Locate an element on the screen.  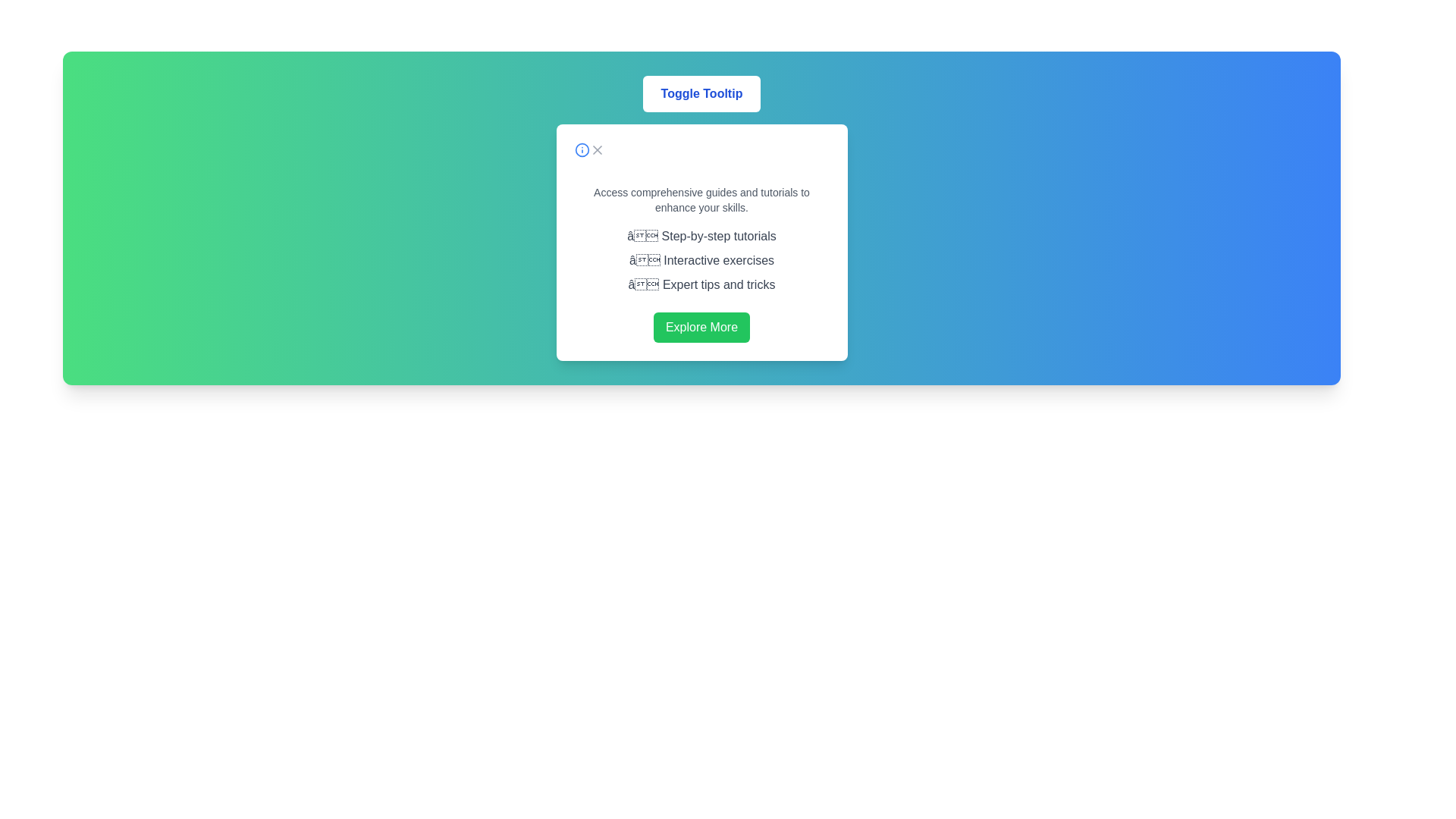
the text item reading '✔ Interactive exercises', which is the second item in a vertical bullet list inside a white pop-up card is located at coordinates (701, 259).